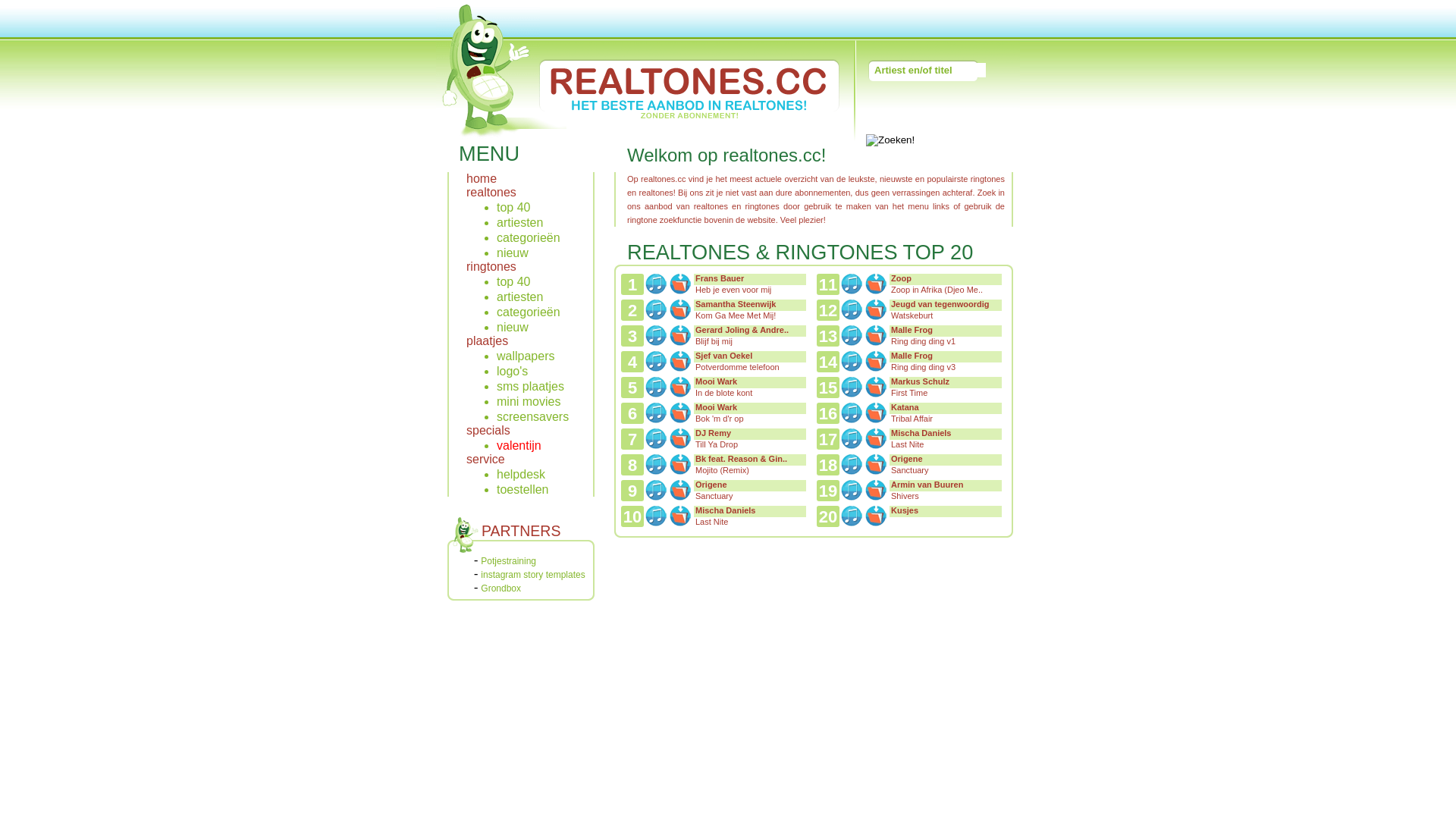 The width and height of the screenshot is (1456, 819). Describe the element at coordinates (512, 371) in the screenshot. I see `'logo's'` at that location.